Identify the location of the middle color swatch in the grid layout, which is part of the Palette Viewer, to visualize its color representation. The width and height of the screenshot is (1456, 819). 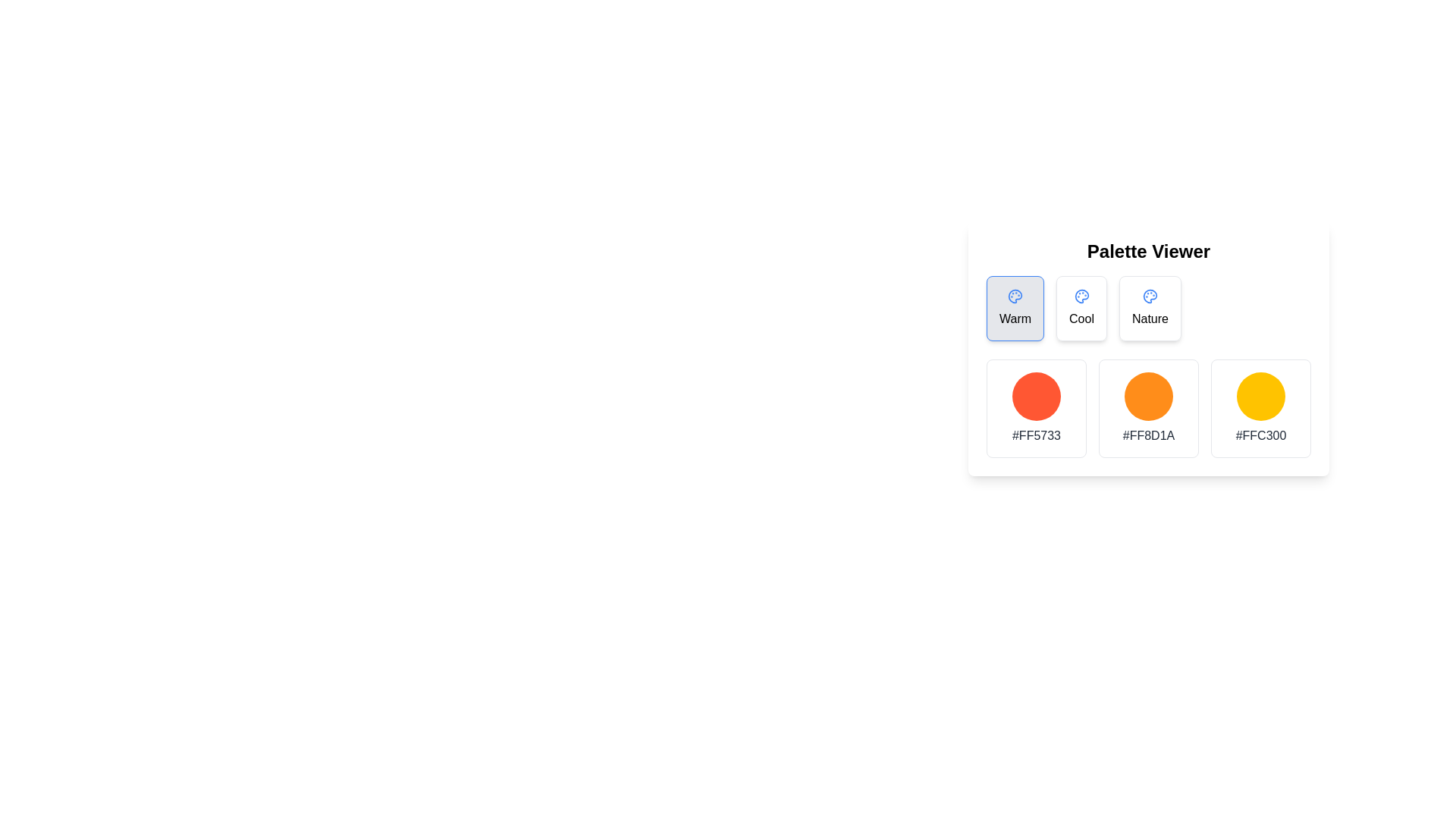
(1149, 408).